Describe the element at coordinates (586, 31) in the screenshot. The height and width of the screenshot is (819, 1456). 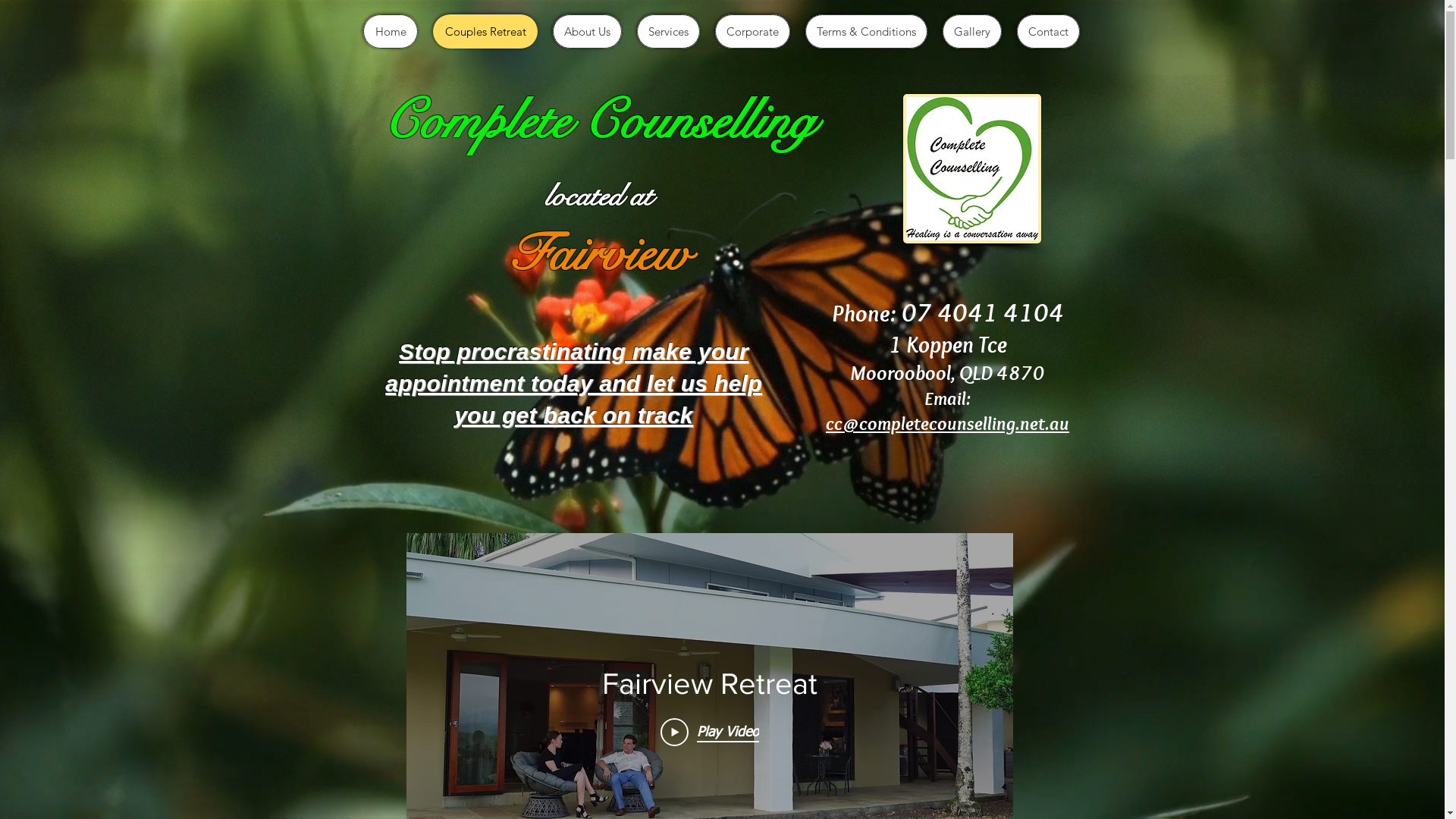
I see `'About Us'` at that location.